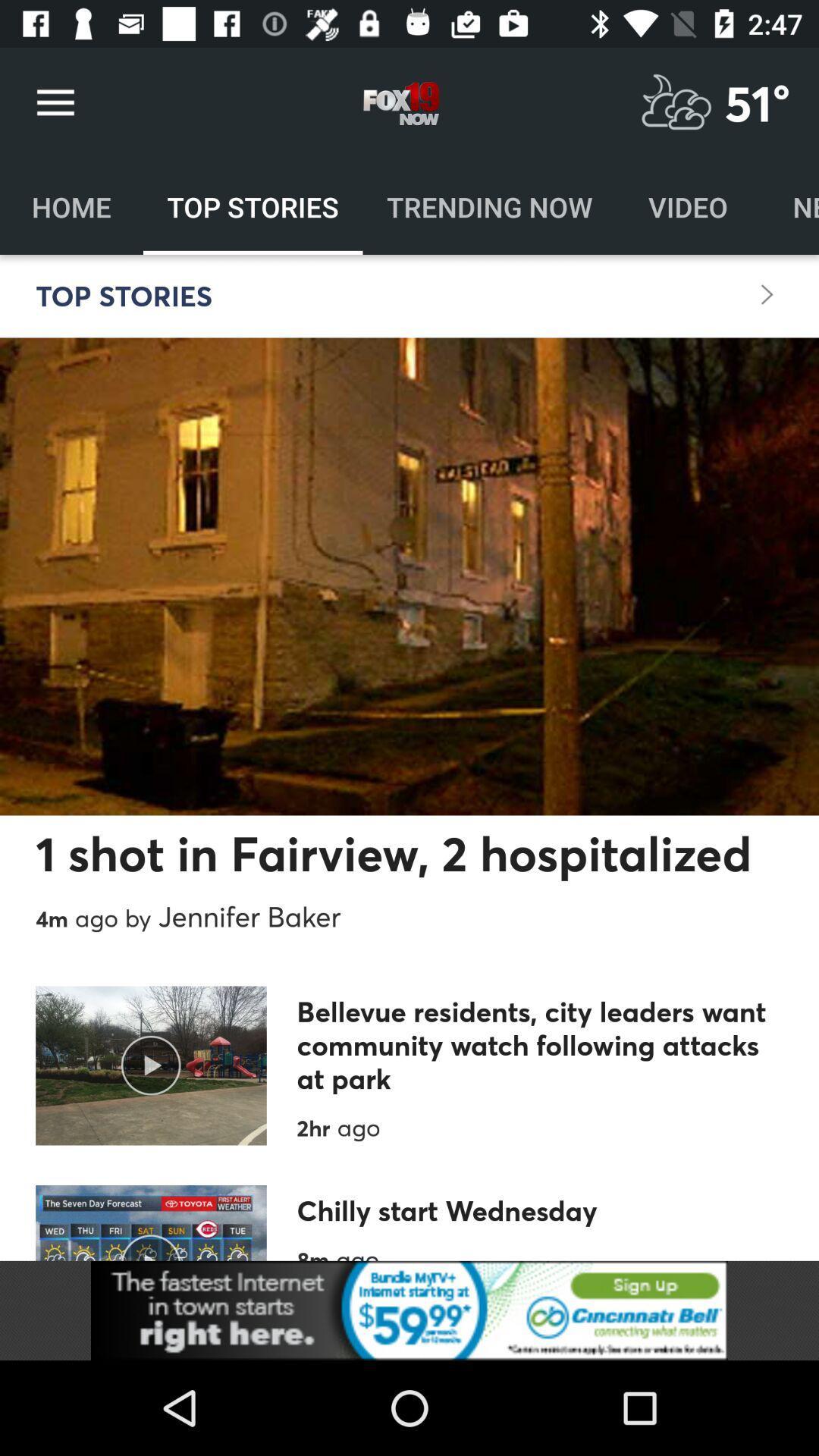 The height and width of the screenshot is (1456, 819). Describe the element at coordinates (676, 102) in the screenshot. I see `weather option` at that location.